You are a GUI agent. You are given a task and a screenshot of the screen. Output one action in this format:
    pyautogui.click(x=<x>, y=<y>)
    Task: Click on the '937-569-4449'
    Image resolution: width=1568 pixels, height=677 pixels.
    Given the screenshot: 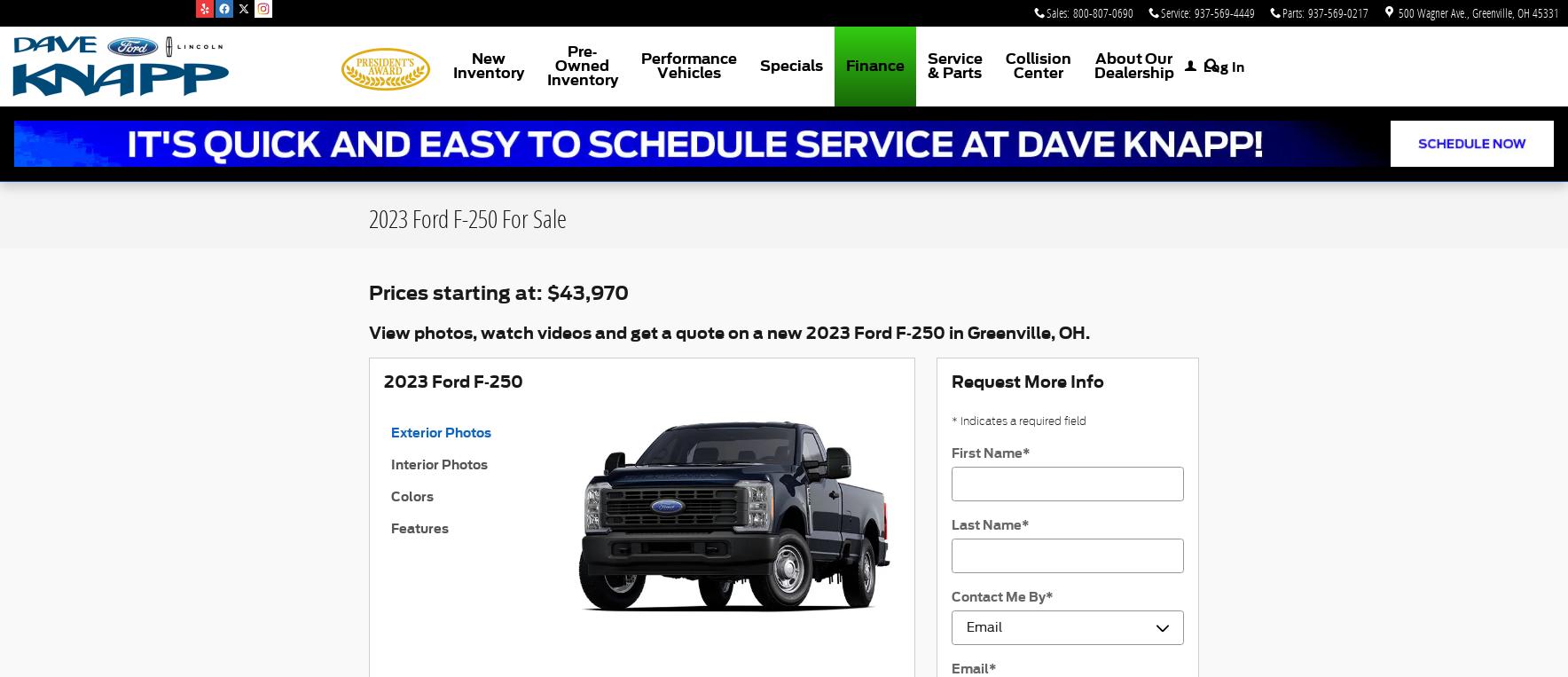 What is the action you would take?
    pyautogui.click(x=1194, y=12)
    